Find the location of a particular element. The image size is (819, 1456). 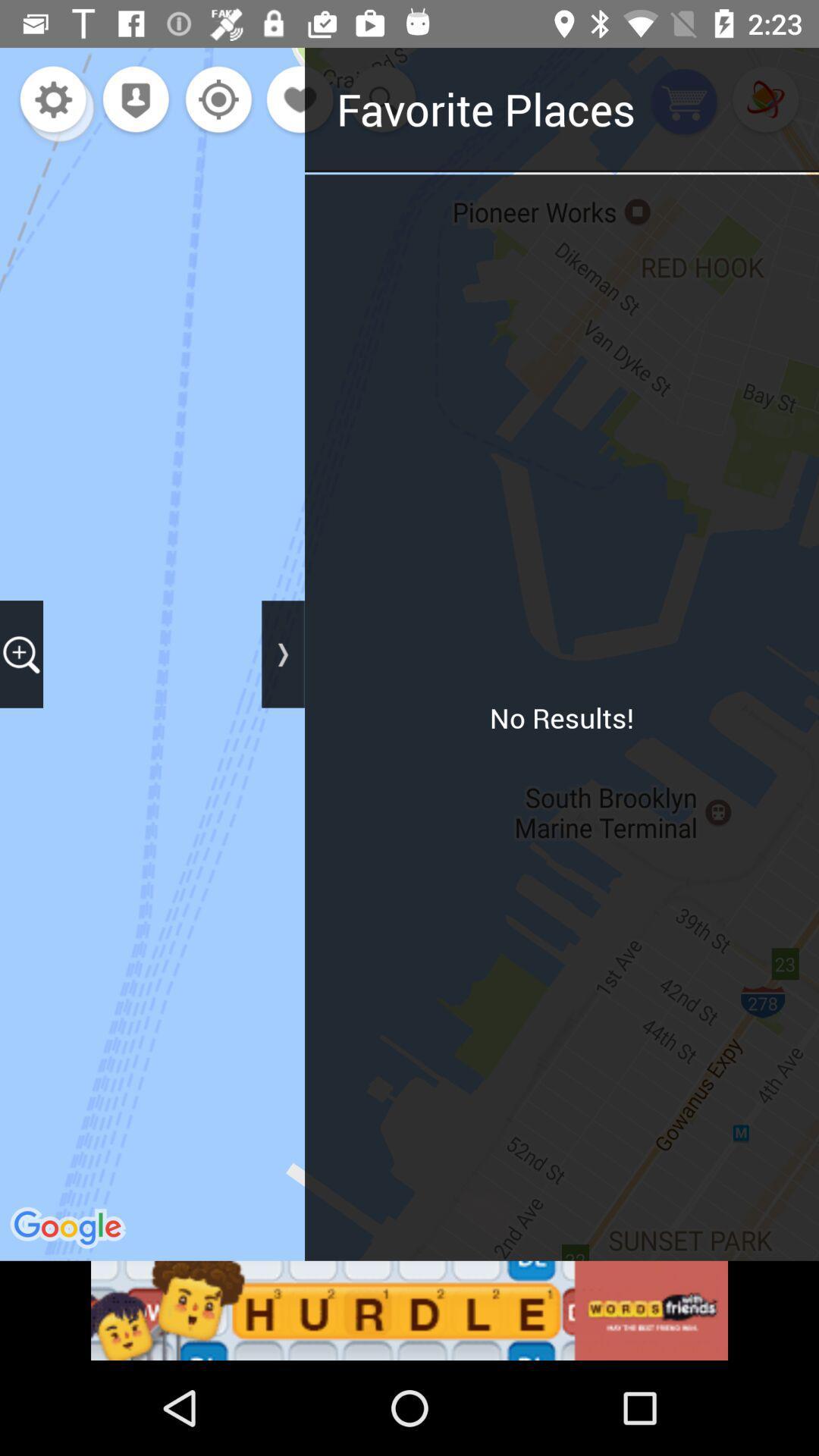

the settings icon is located at coordinates (52, 100).